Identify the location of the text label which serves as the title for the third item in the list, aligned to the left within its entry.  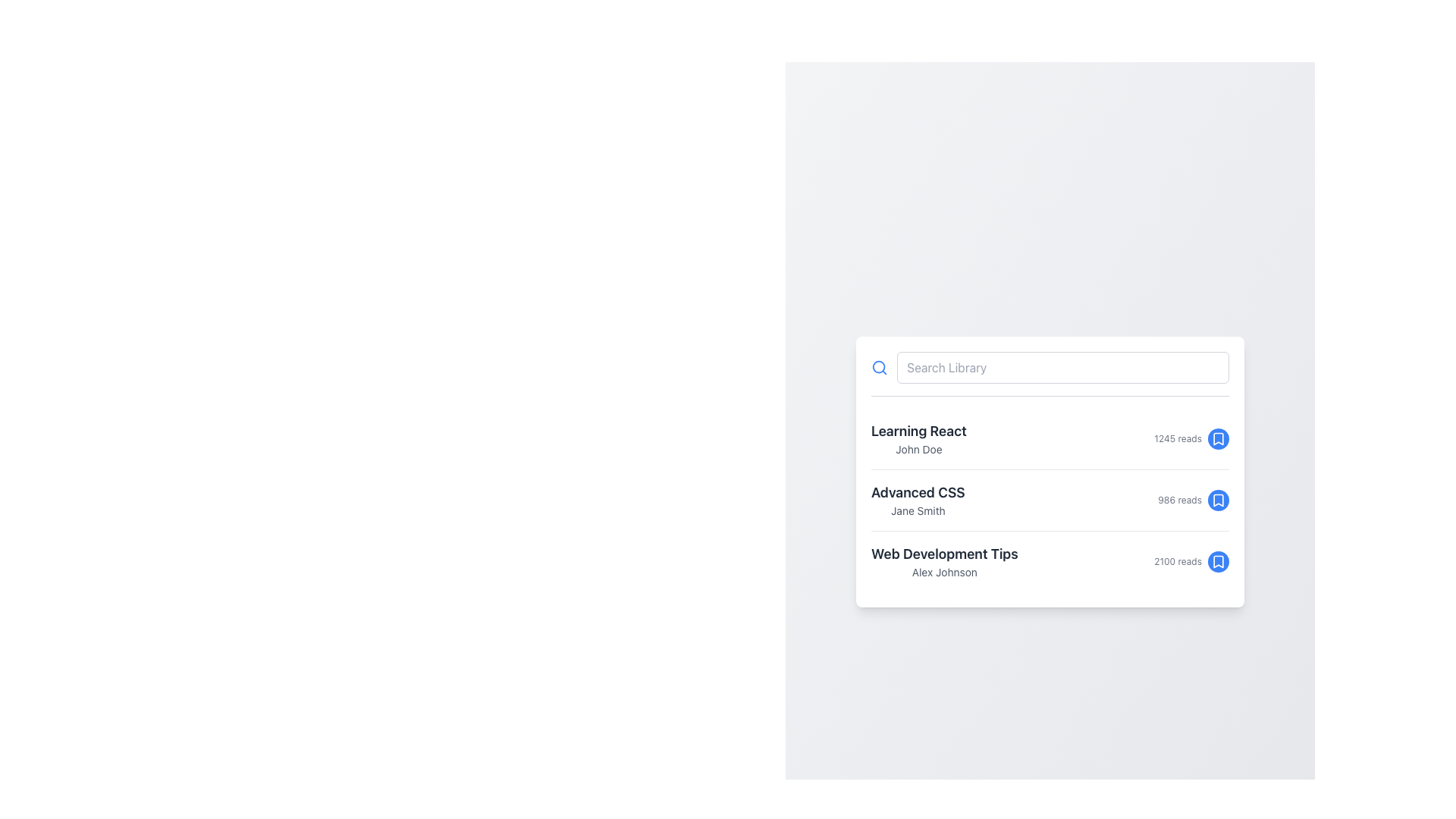
(943, 554).